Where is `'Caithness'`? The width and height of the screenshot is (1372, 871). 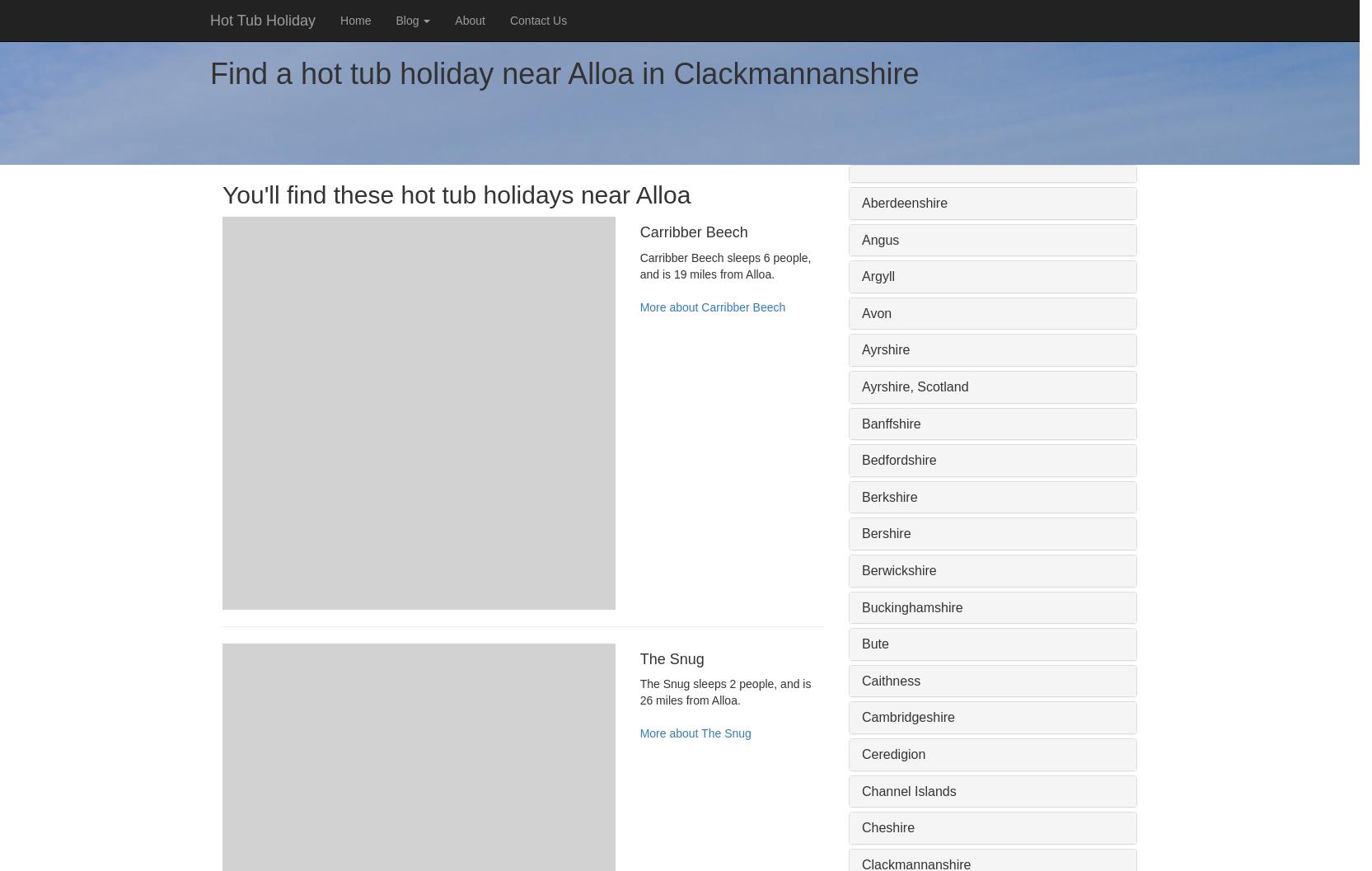
'Caithness' is located at coordinates (890, 680).